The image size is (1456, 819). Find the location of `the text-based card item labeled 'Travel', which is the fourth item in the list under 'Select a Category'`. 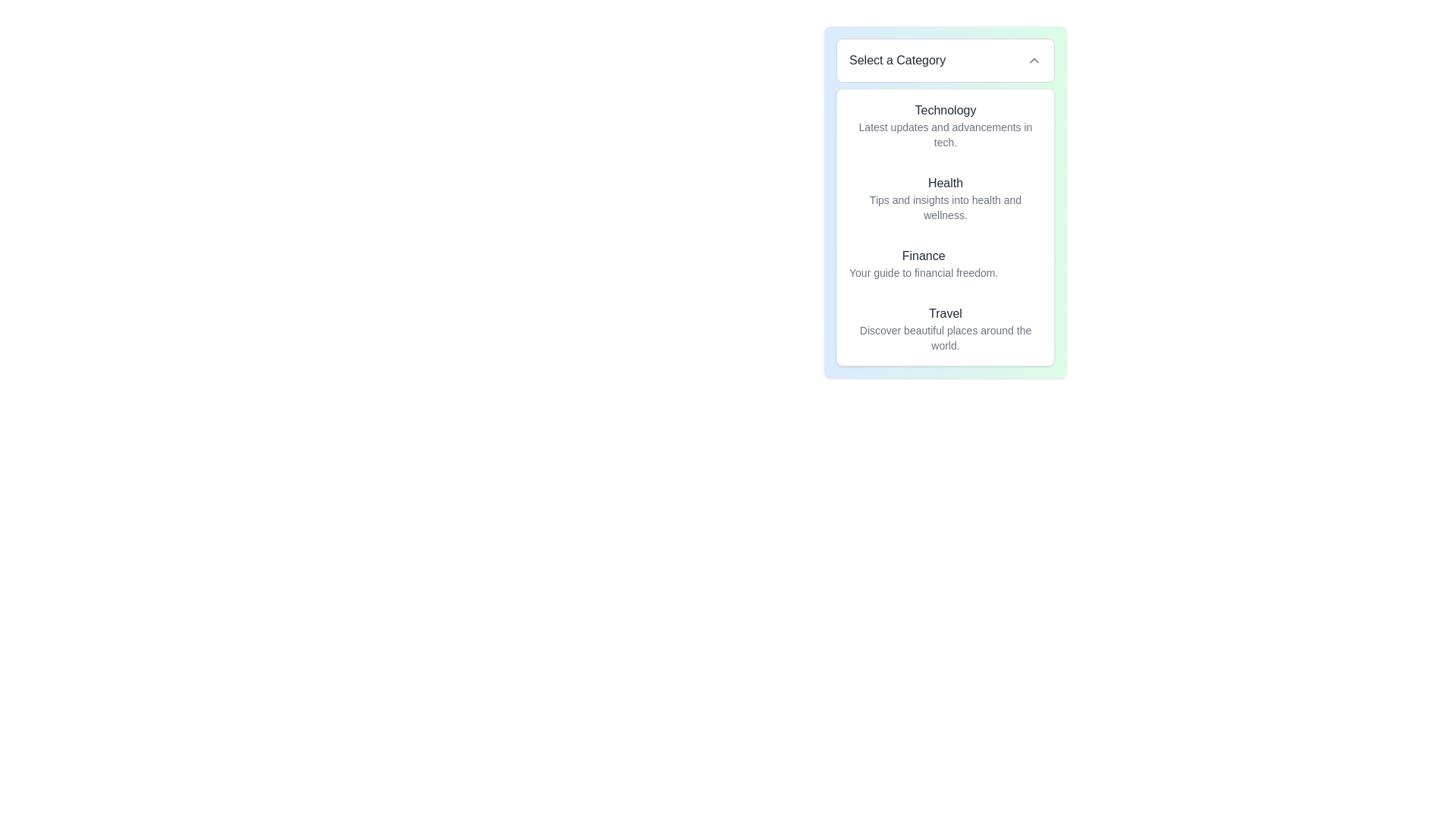

the text-based card item labeled 'Travel', which is the fourth item in the list under 'Select a Category' is located at coordinates (945, 328).